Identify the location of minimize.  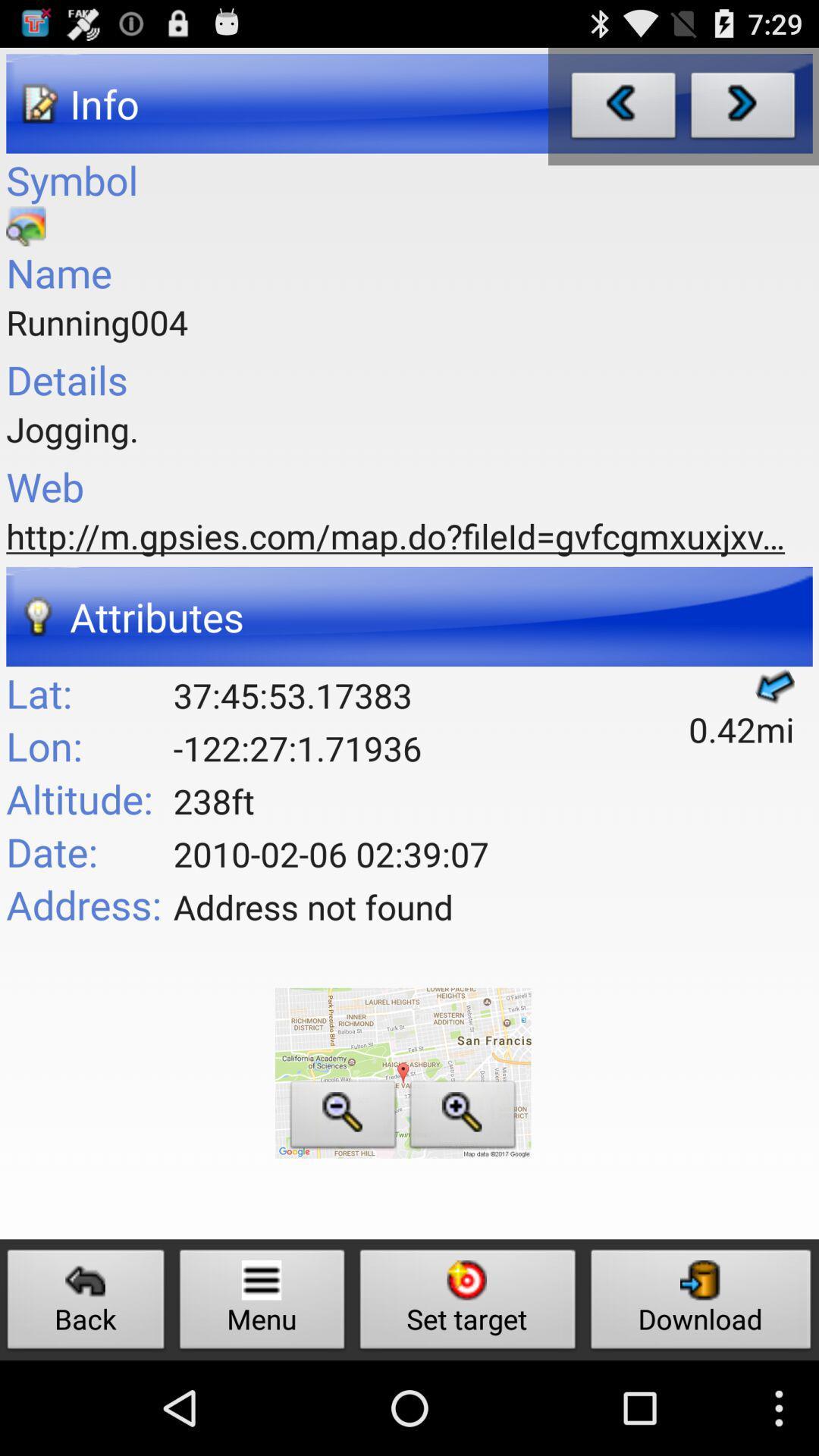
(343, 1119).